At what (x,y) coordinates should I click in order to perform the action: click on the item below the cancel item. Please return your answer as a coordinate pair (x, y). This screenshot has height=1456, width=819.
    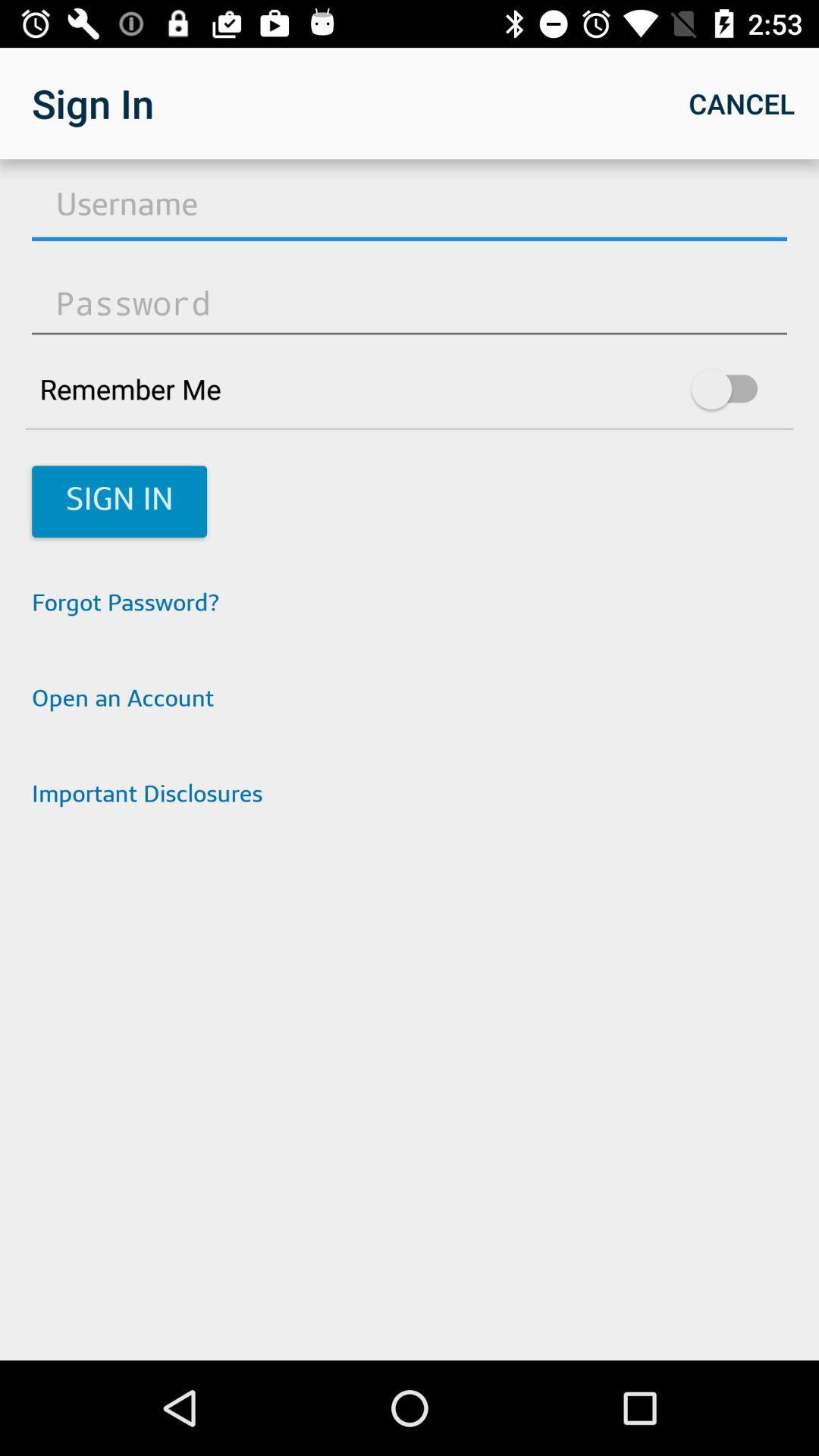
    Looking at the image, I should click on (409, 206).